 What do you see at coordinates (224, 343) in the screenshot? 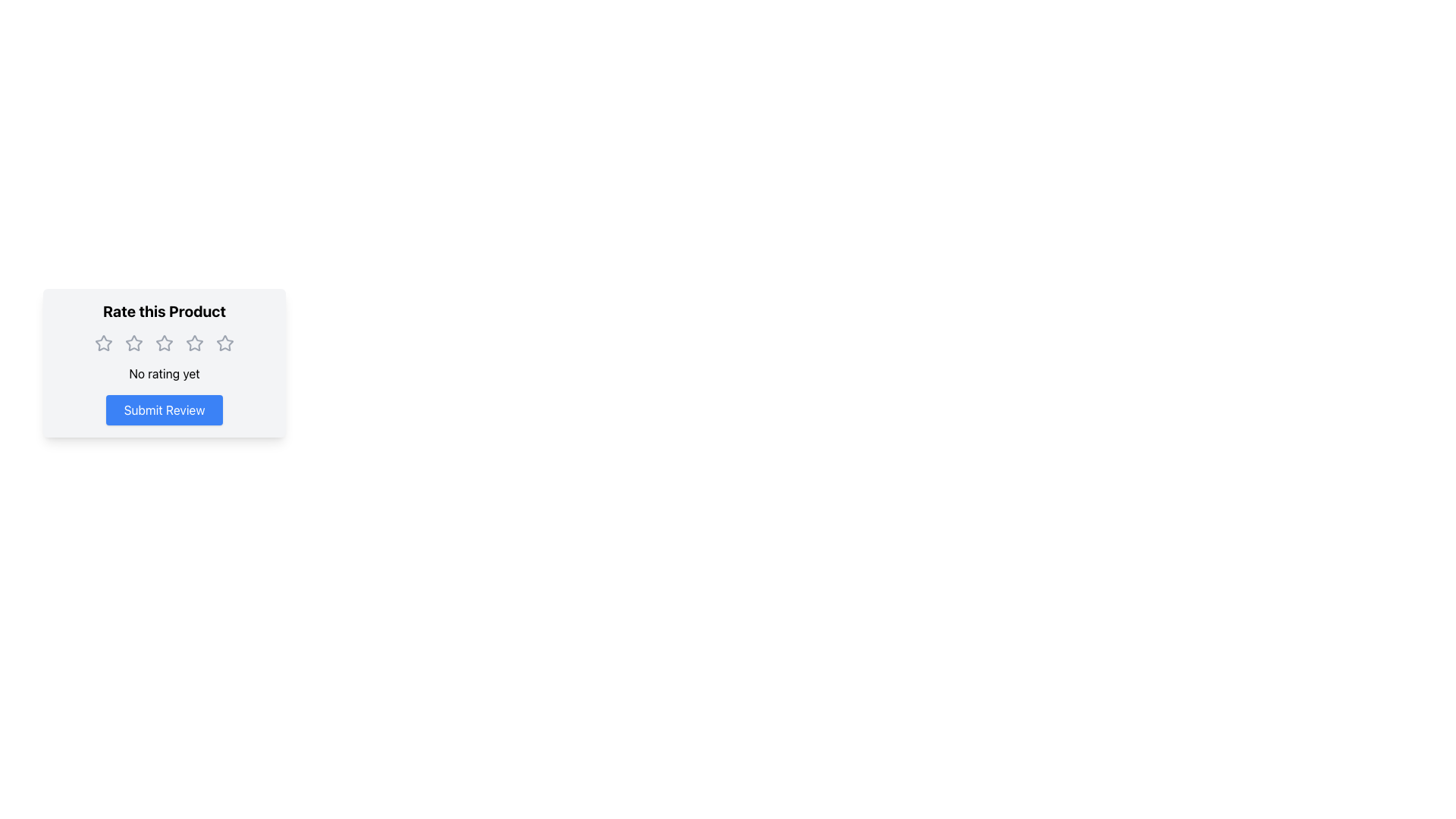
I see `the fifth star icon in the rating system located beneath the 'Rate this Product' text` at bounding box center [224, 343].